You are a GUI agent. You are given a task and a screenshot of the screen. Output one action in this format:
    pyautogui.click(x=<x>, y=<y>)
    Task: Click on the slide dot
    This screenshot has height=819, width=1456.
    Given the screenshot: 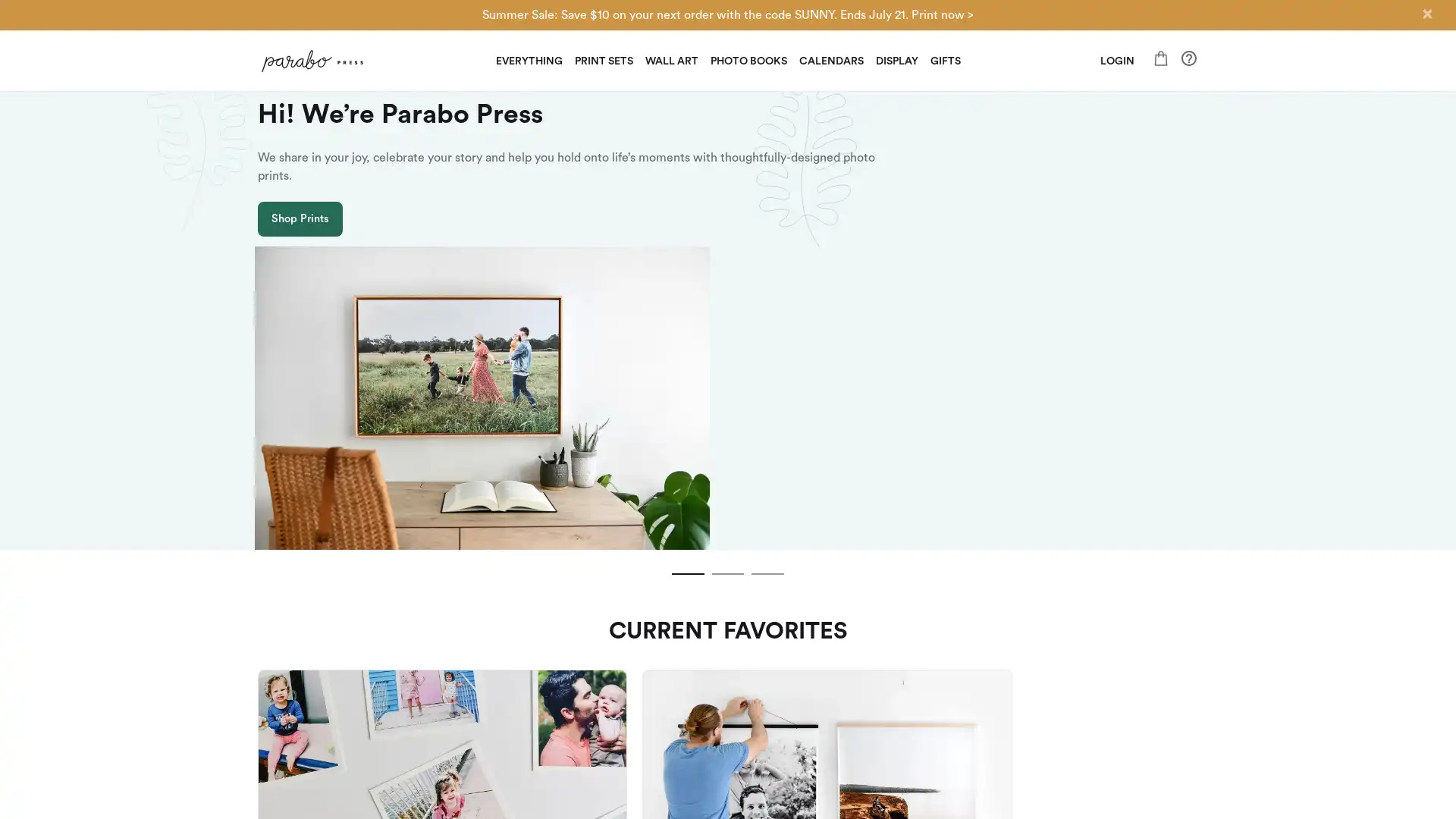 What is the action you would take?
    pyautogui.click(x=773, y=419)
    